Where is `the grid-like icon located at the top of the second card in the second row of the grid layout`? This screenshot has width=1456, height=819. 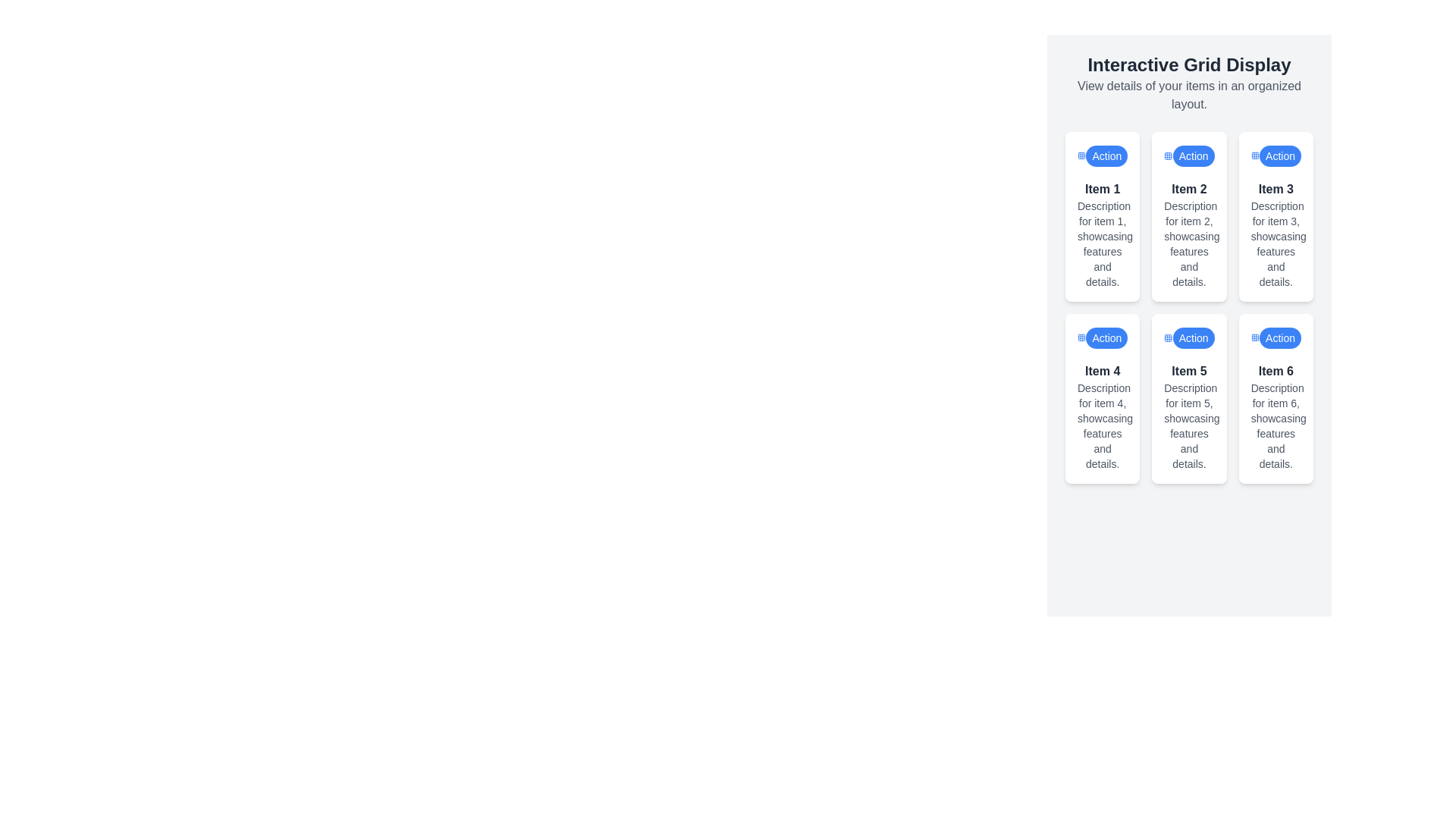
the grid-like icon located at the top of the second card in the second row of the grid layout is located at coordinates (1167, 155).